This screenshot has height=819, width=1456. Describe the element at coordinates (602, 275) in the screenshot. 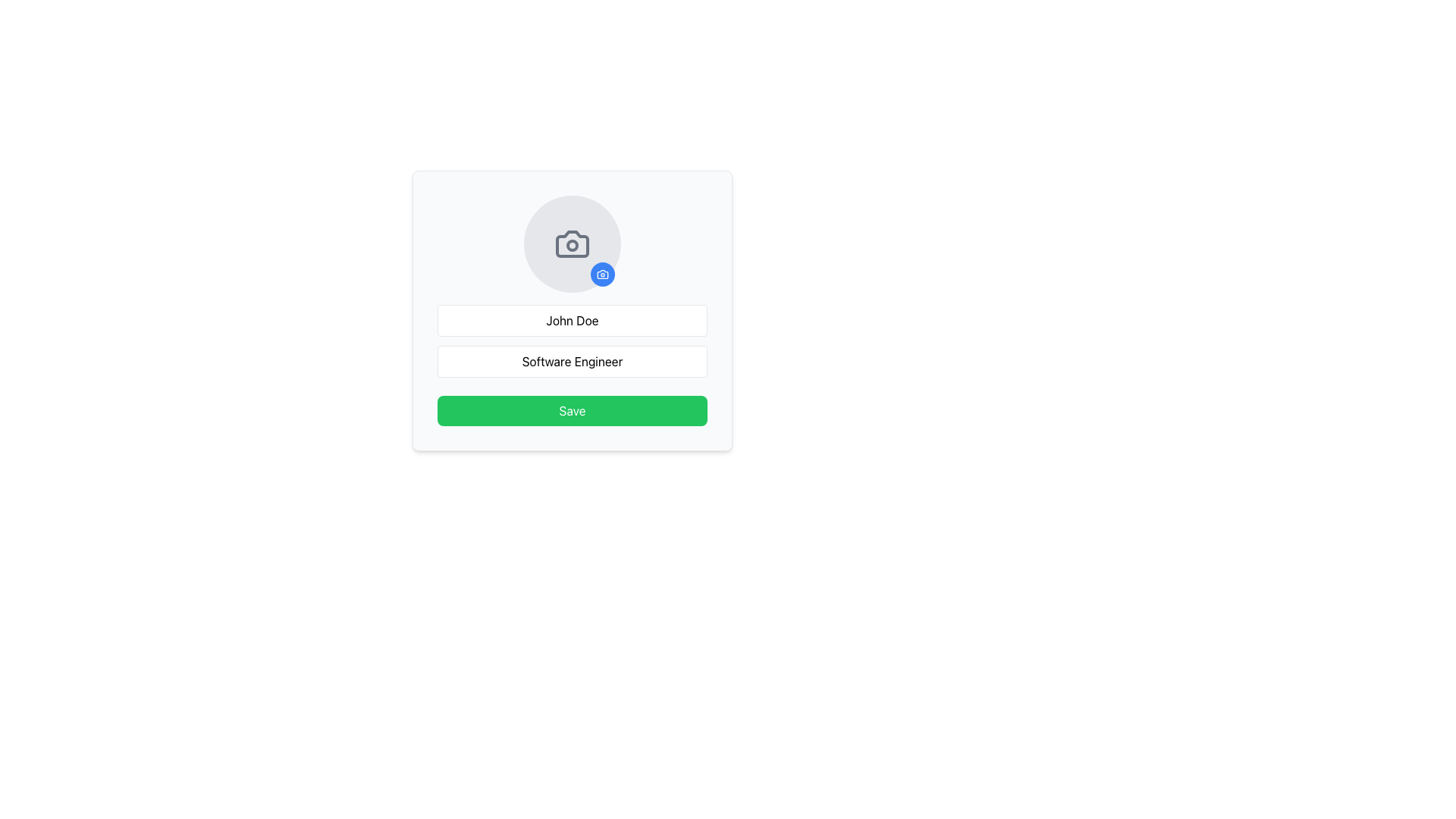

I see `the simplified camera icon located at the center of the rounded button in the lower right corner of the profile picture for navigation` at that location.